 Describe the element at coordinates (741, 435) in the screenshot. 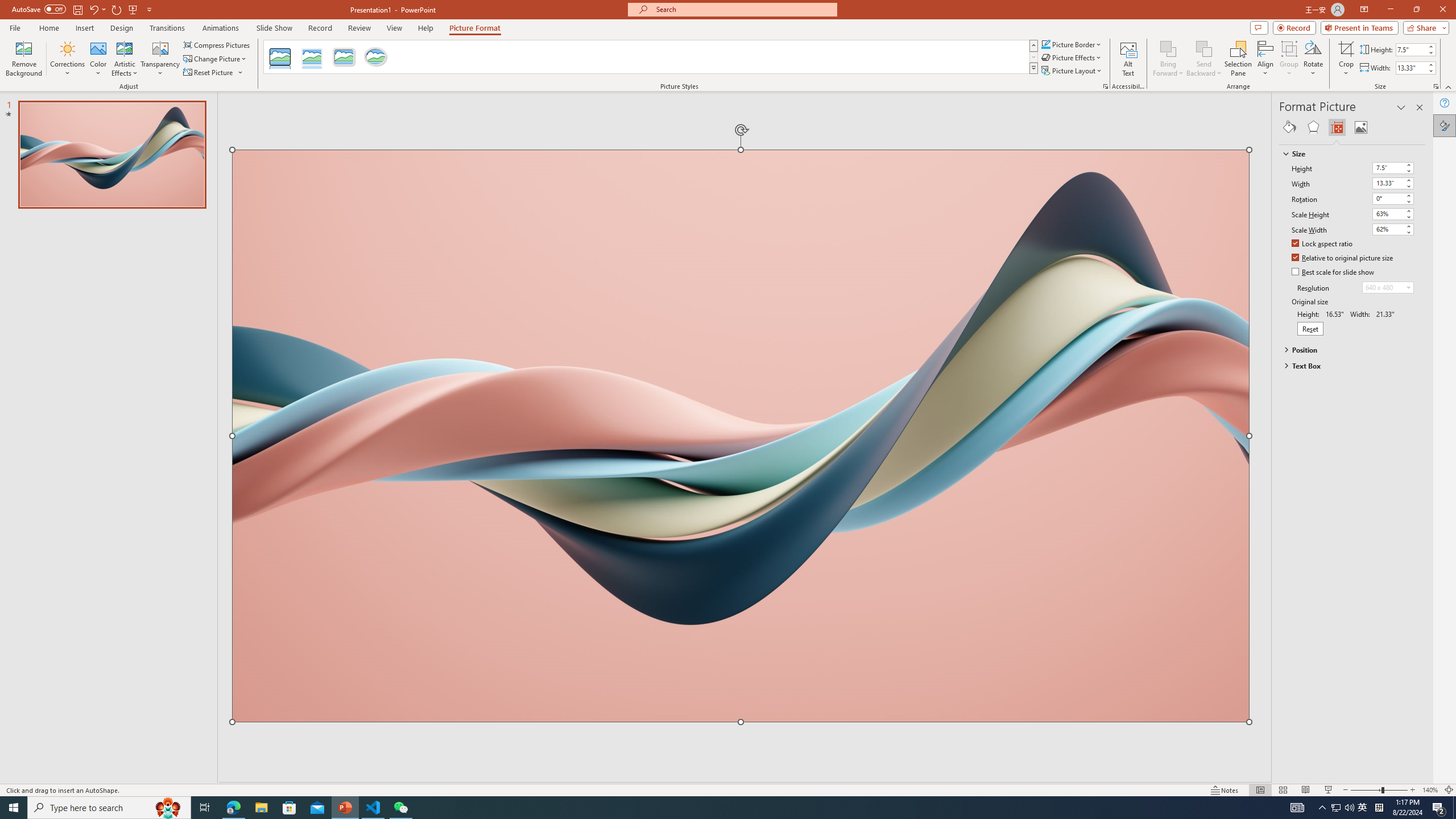

I see `'Wavy 3D art'` at that location.